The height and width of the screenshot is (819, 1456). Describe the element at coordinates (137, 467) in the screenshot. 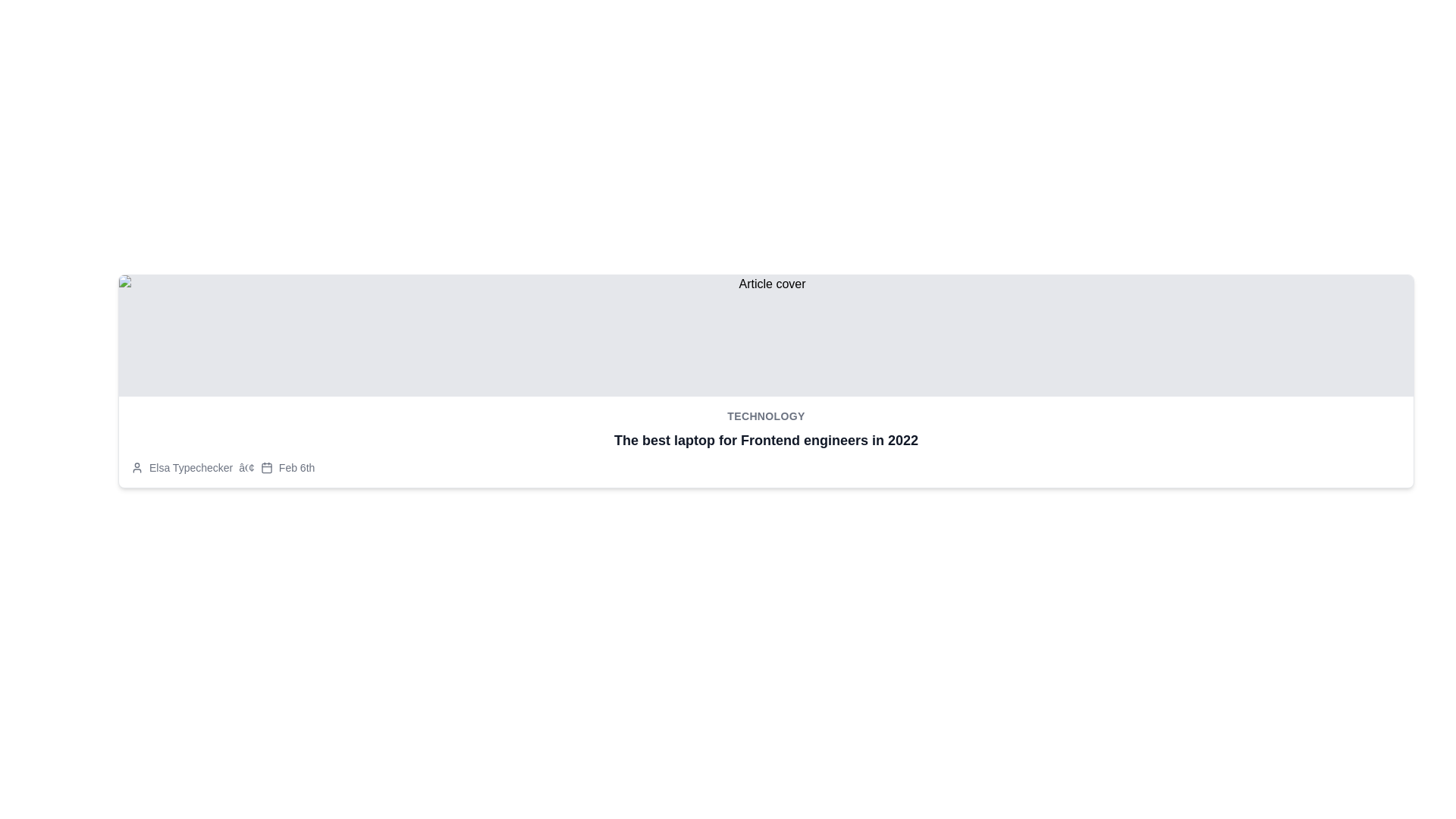

I see `the avatar icon representing a user's profile picture, which is positioned at the start of the text line 'Elsa Typechecker â¢ Feb 6th'` at that location.